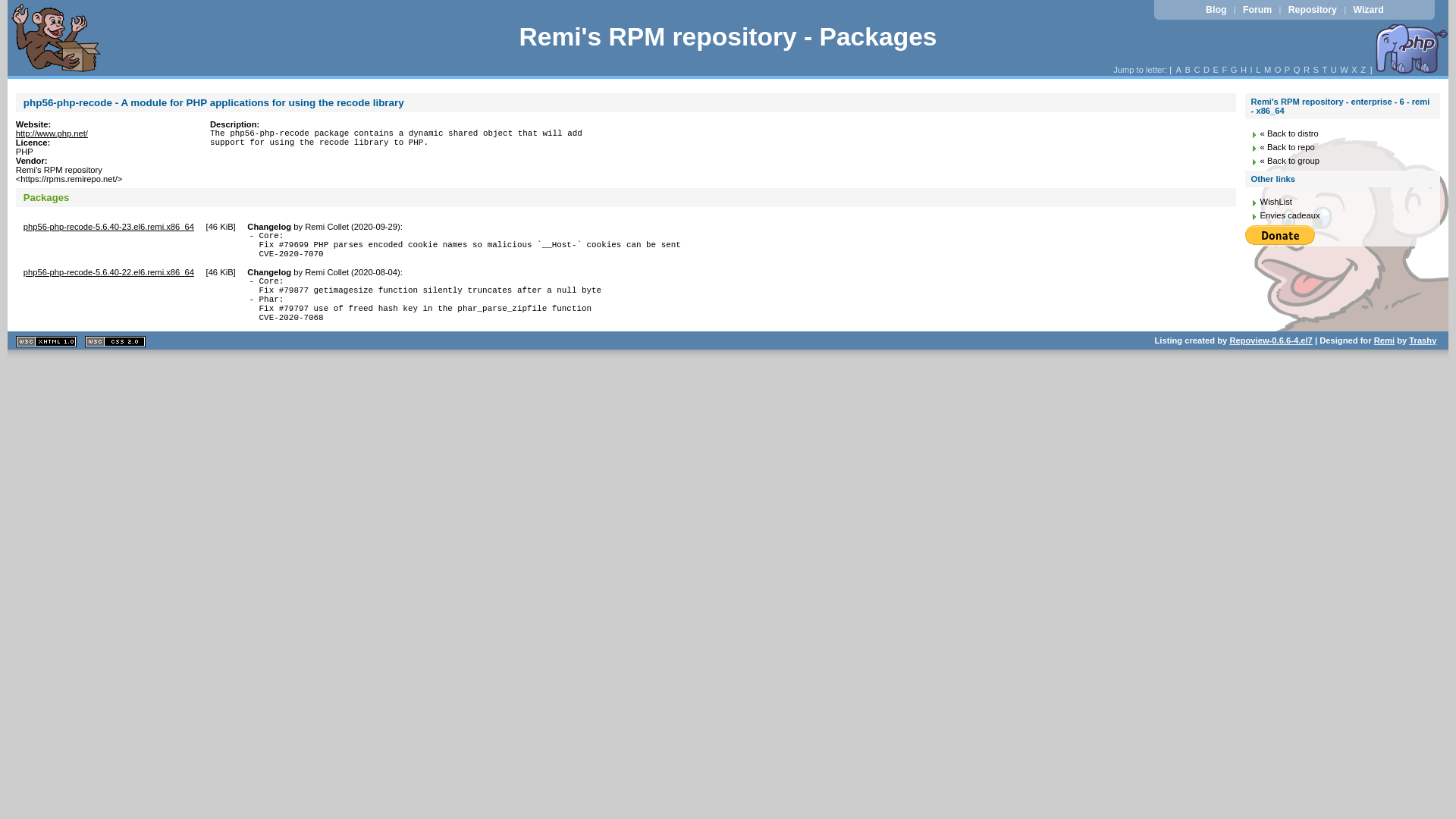  I want to click on 'php56-php-recode-5.6.40-23.el6.remi.x86_64', so click(108, 227).